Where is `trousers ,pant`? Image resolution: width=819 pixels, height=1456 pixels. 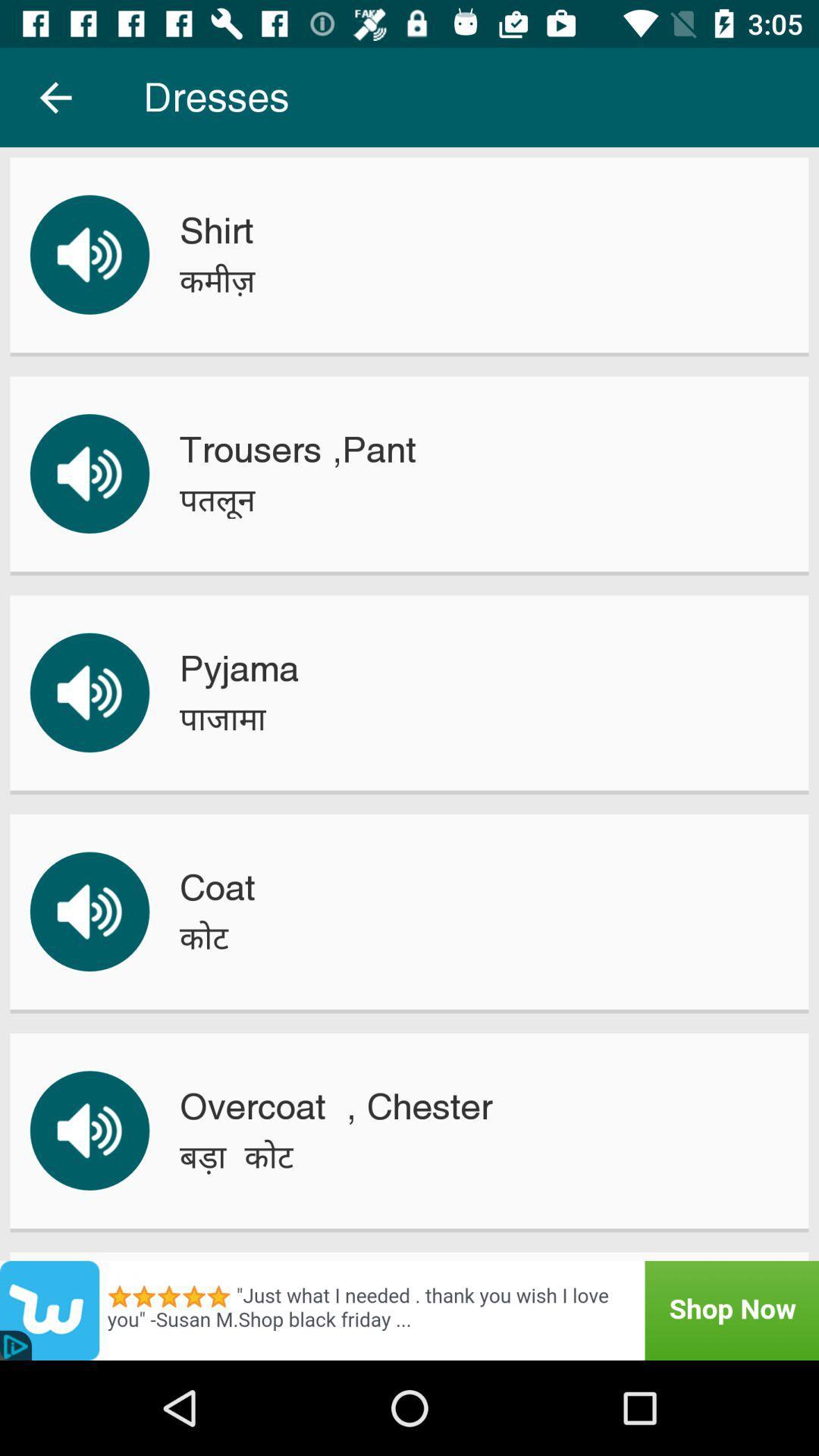 trousers ,pant is located at coordinates (298, 449).